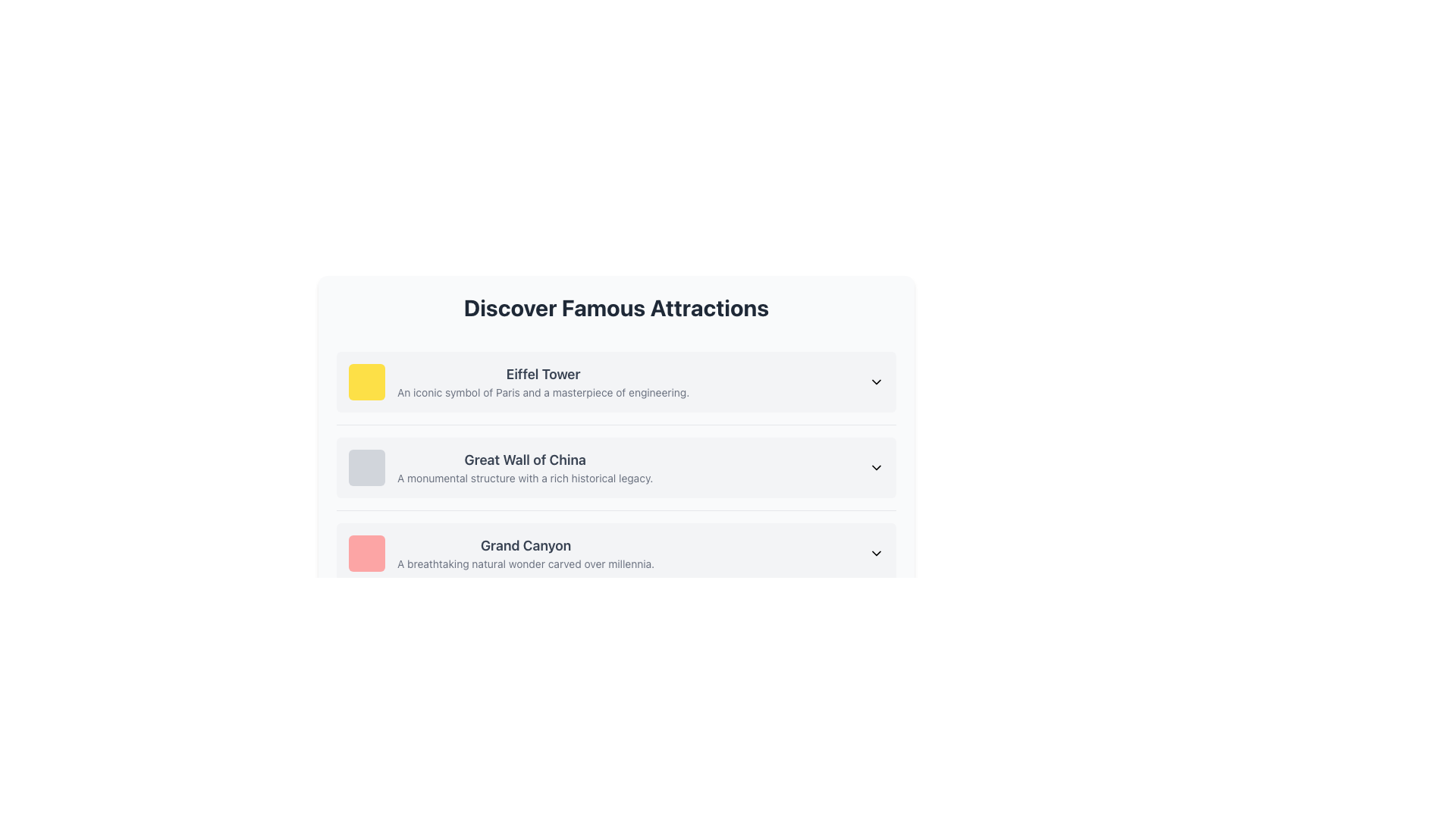  I want to click on on the Interactive Card for 'Grand Canyon' located third in the list under 'Discover Famous Attractions', so click(616, 553).